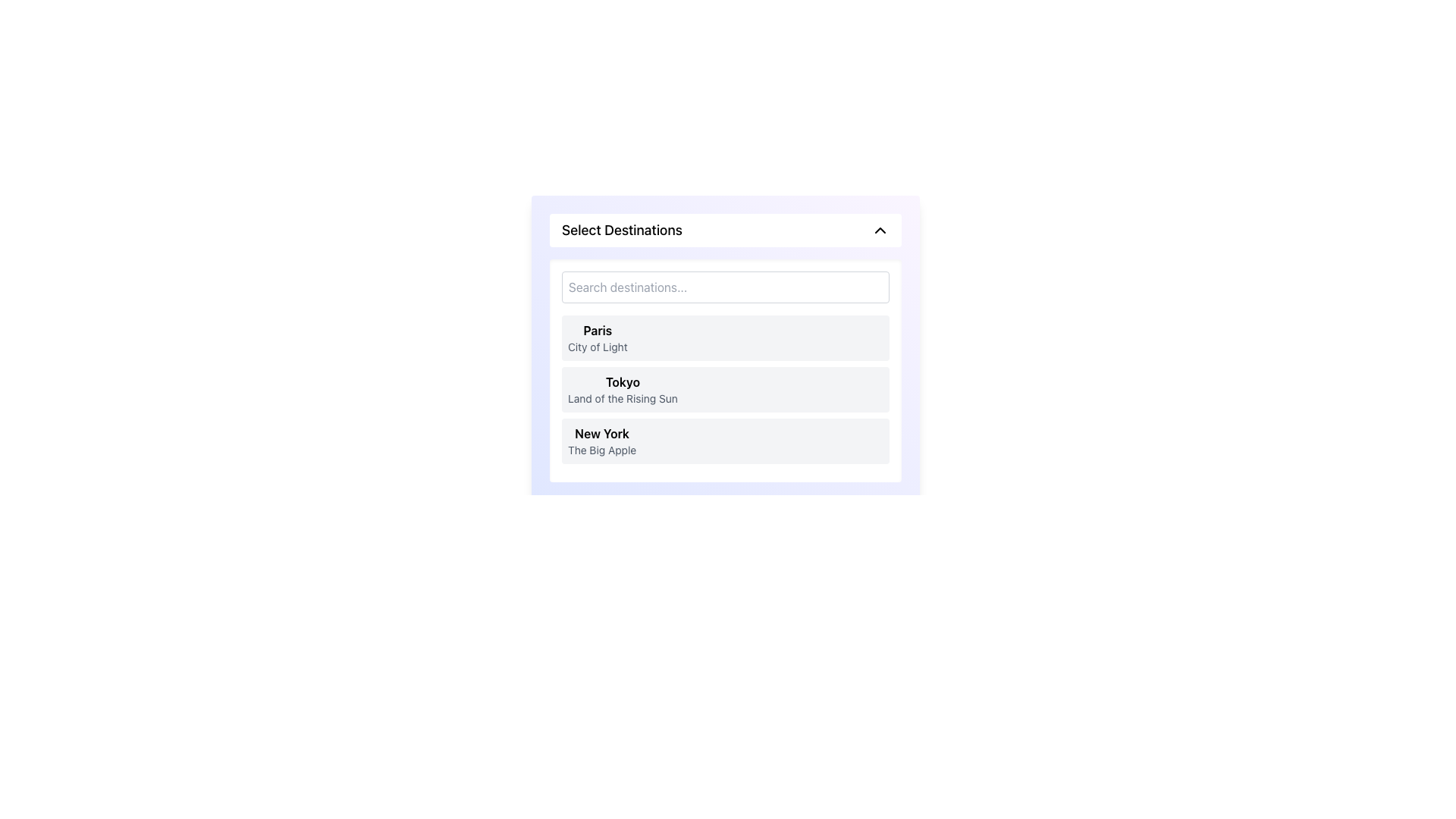  Describe the element at coordinates (601, 433) in the screenshot. I see `the 'New York' text label in the dropdown menu under 'Select Destinations', which is the first line of text in the third item of the dropdown list` at that location.